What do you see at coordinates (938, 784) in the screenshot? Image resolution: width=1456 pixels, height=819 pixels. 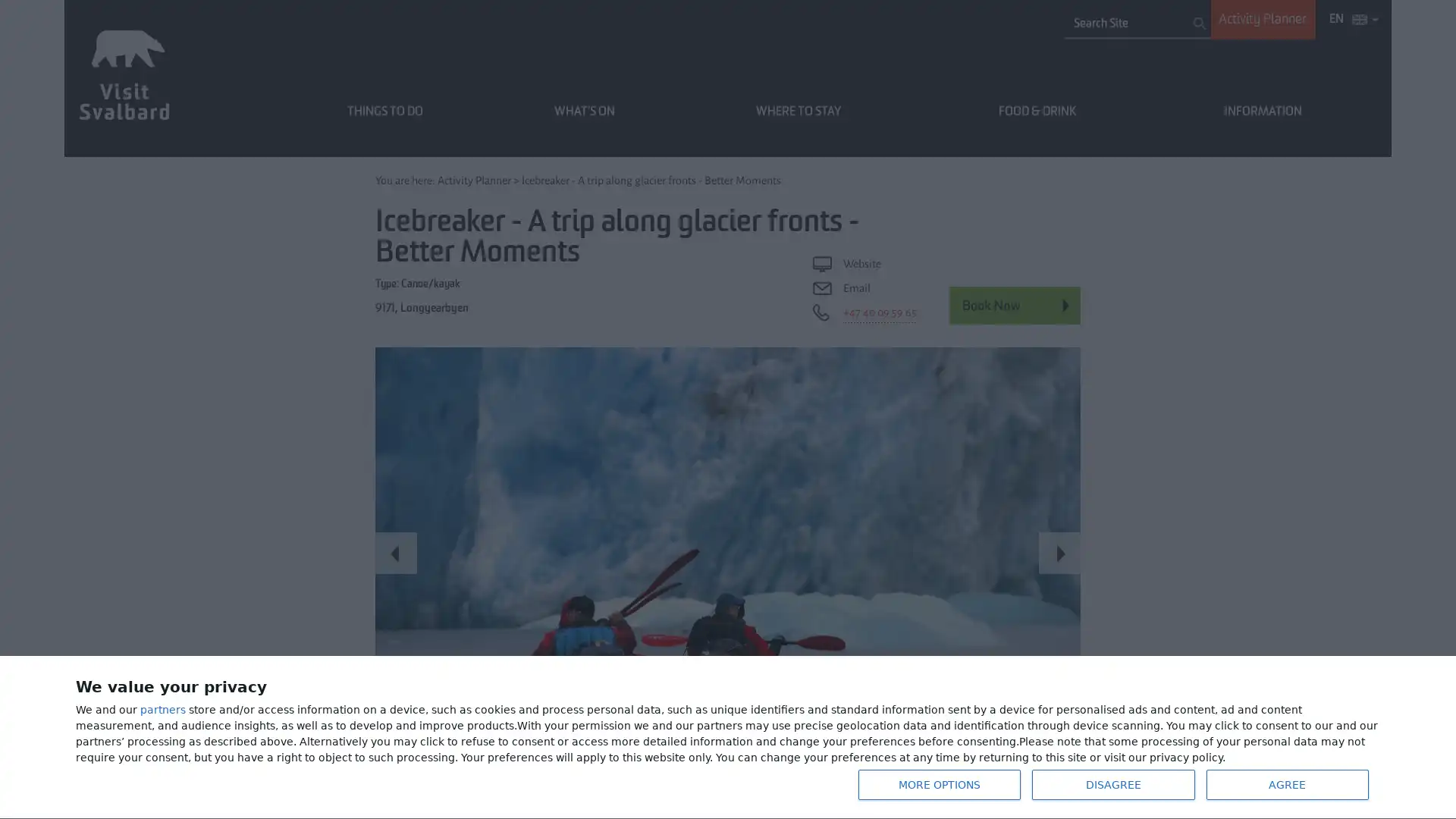 I see `MORE OPTIONS` at bounding box center [938, 784].